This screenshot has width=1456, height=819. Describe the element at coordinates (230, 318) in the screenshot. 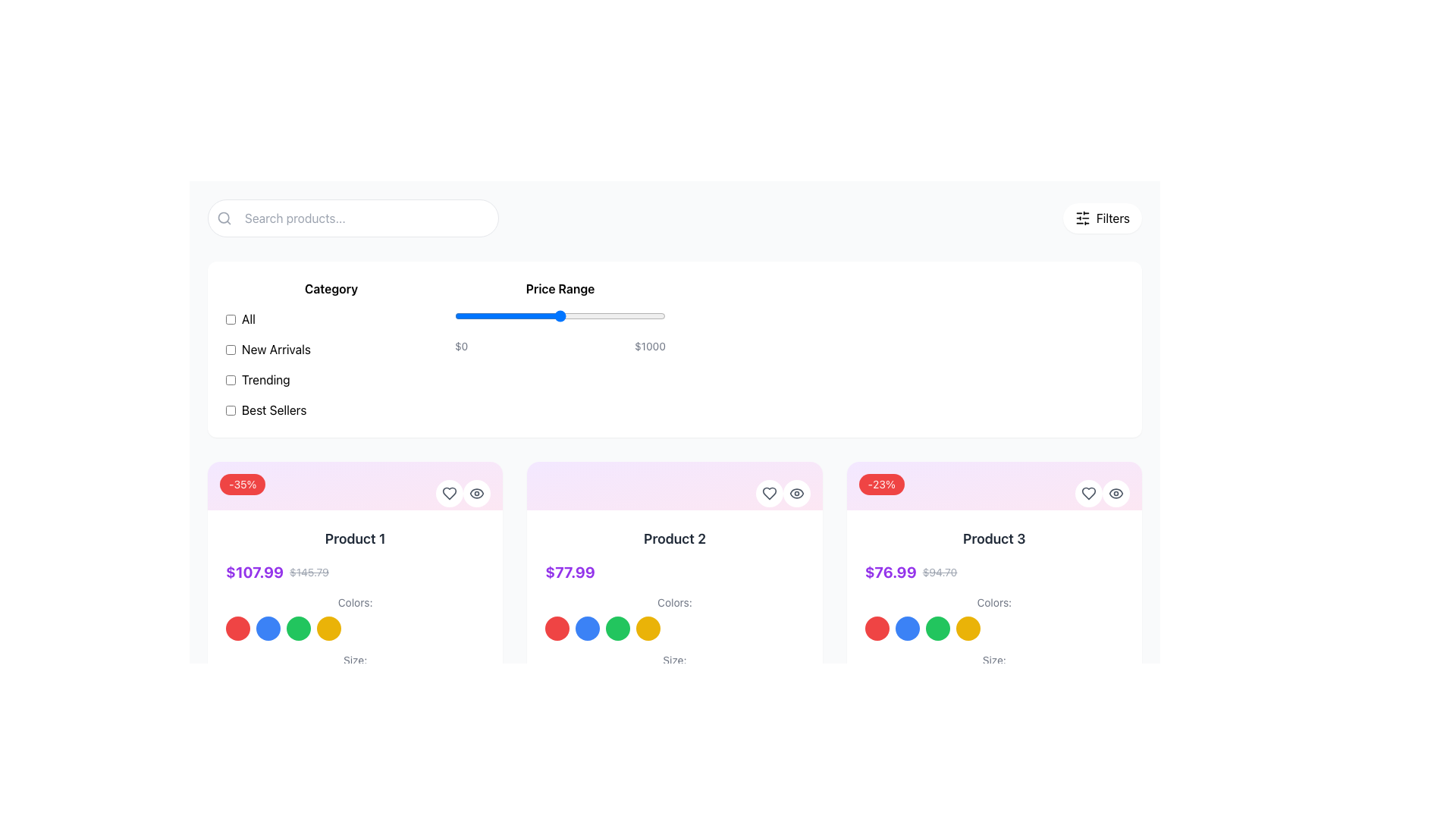

I see `the checkbox located at the top of the 'Category' list` at that location.